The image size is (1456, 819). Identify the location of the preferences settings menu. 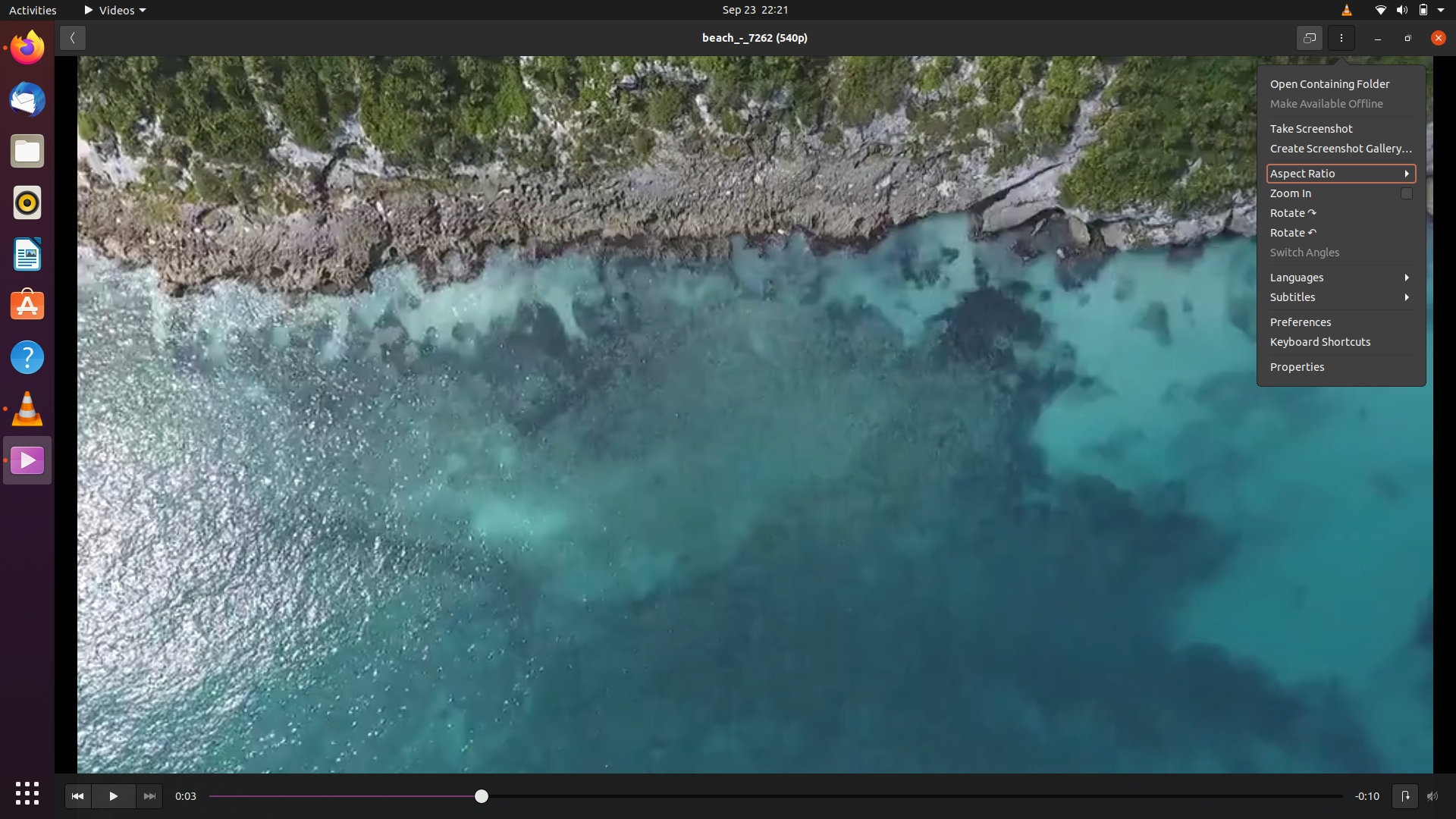
(1343, 321).